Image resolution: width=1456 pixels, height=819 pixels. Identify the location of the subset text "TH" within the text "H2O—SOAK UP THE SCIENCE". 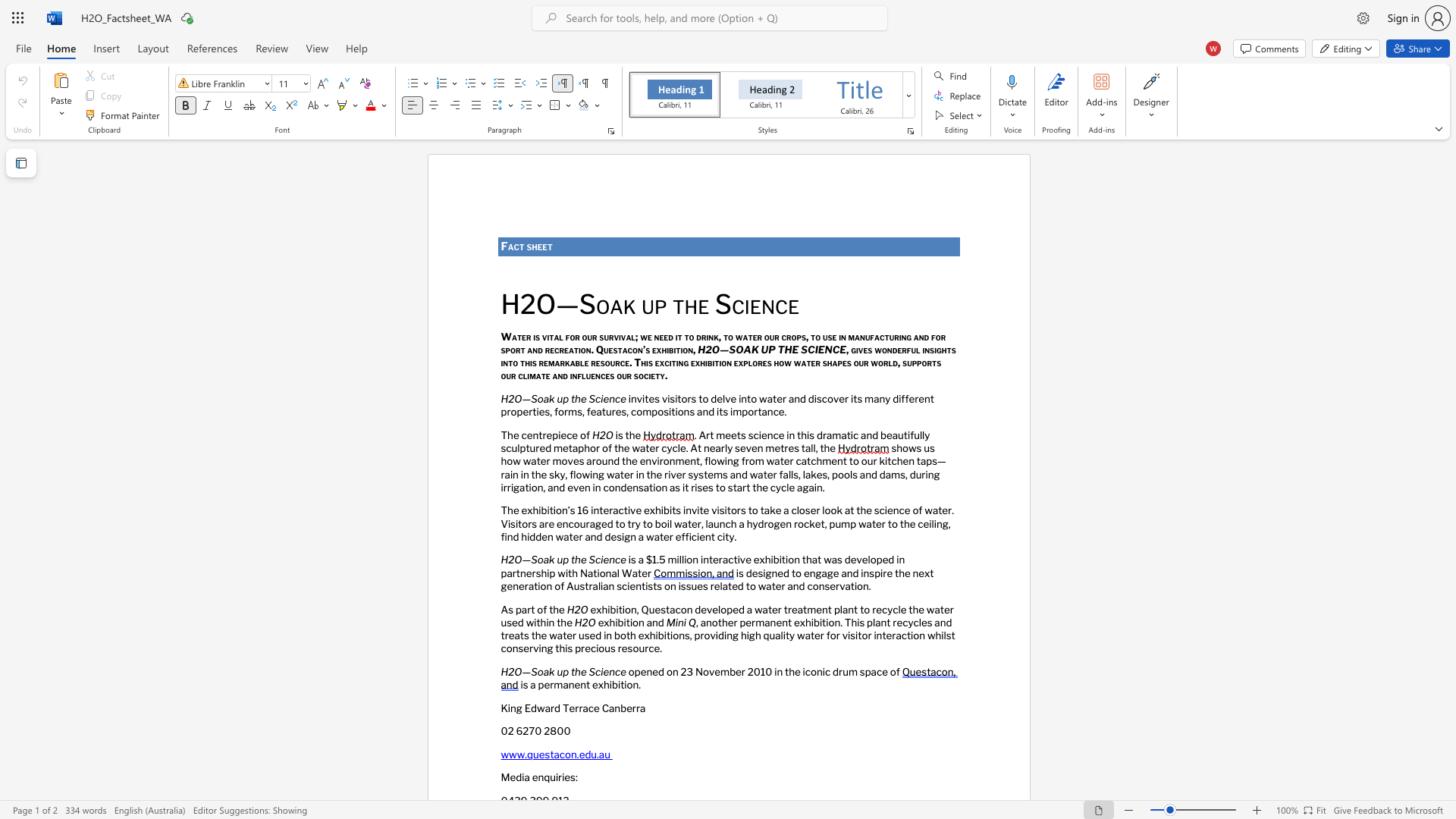
(777, 349).